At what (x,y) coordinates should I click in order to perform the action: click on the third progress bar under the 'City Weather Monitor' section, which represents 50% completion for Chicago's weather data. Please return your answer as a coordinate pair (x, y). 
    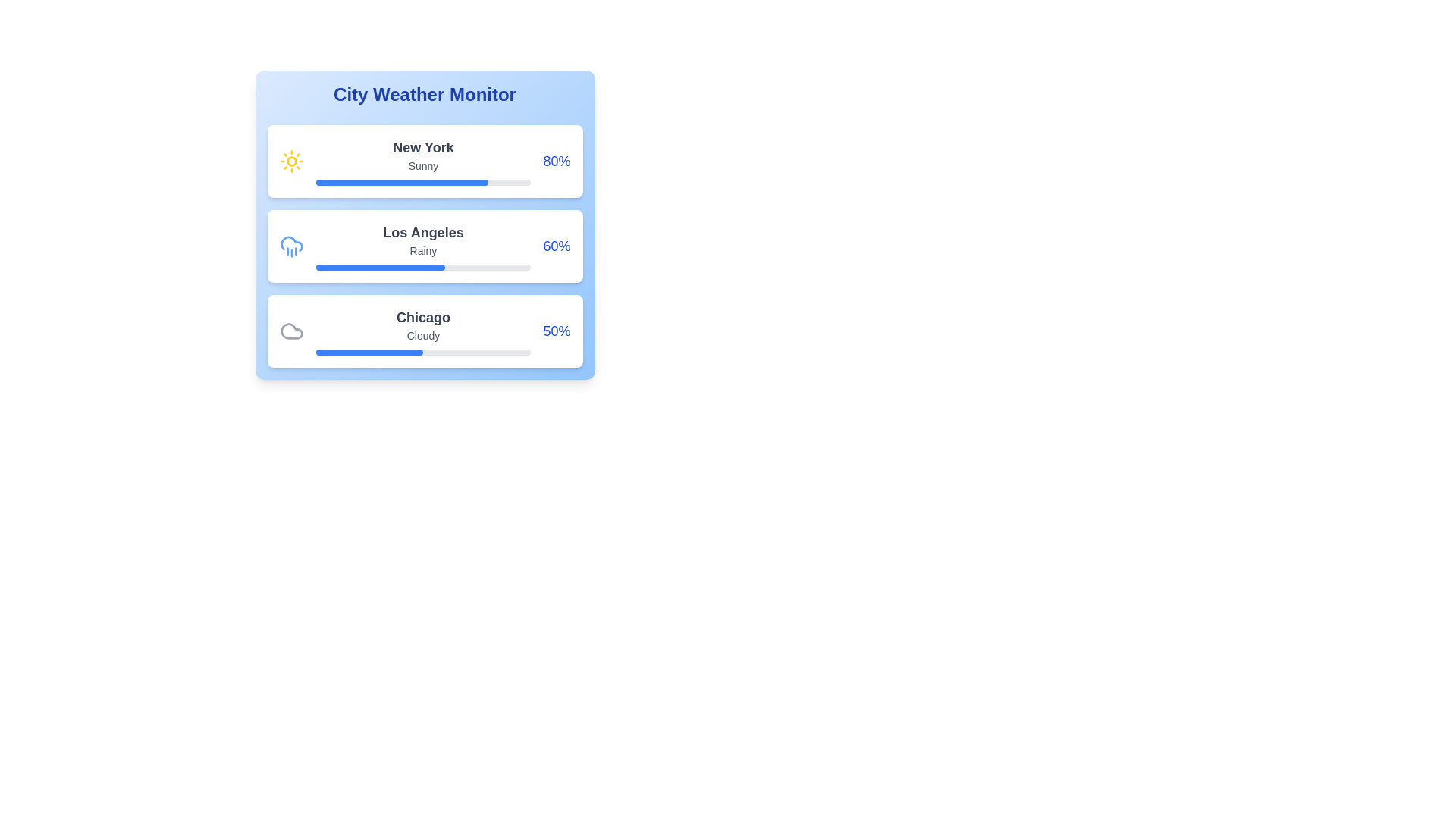
    Looking at the image, I should click on (423, 353).